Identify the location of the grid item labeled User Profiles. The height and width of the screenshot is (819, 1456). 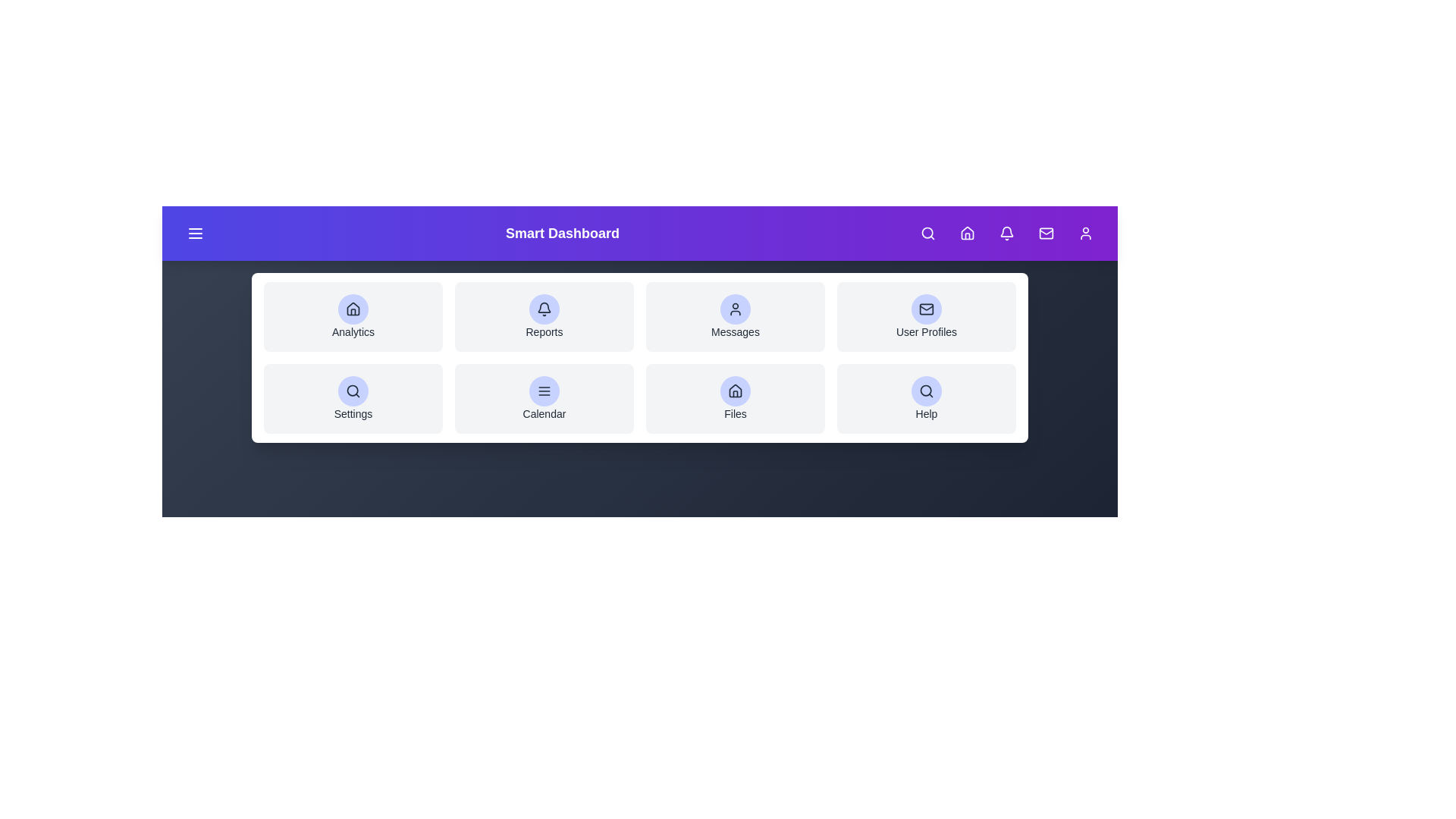
(926, 315).